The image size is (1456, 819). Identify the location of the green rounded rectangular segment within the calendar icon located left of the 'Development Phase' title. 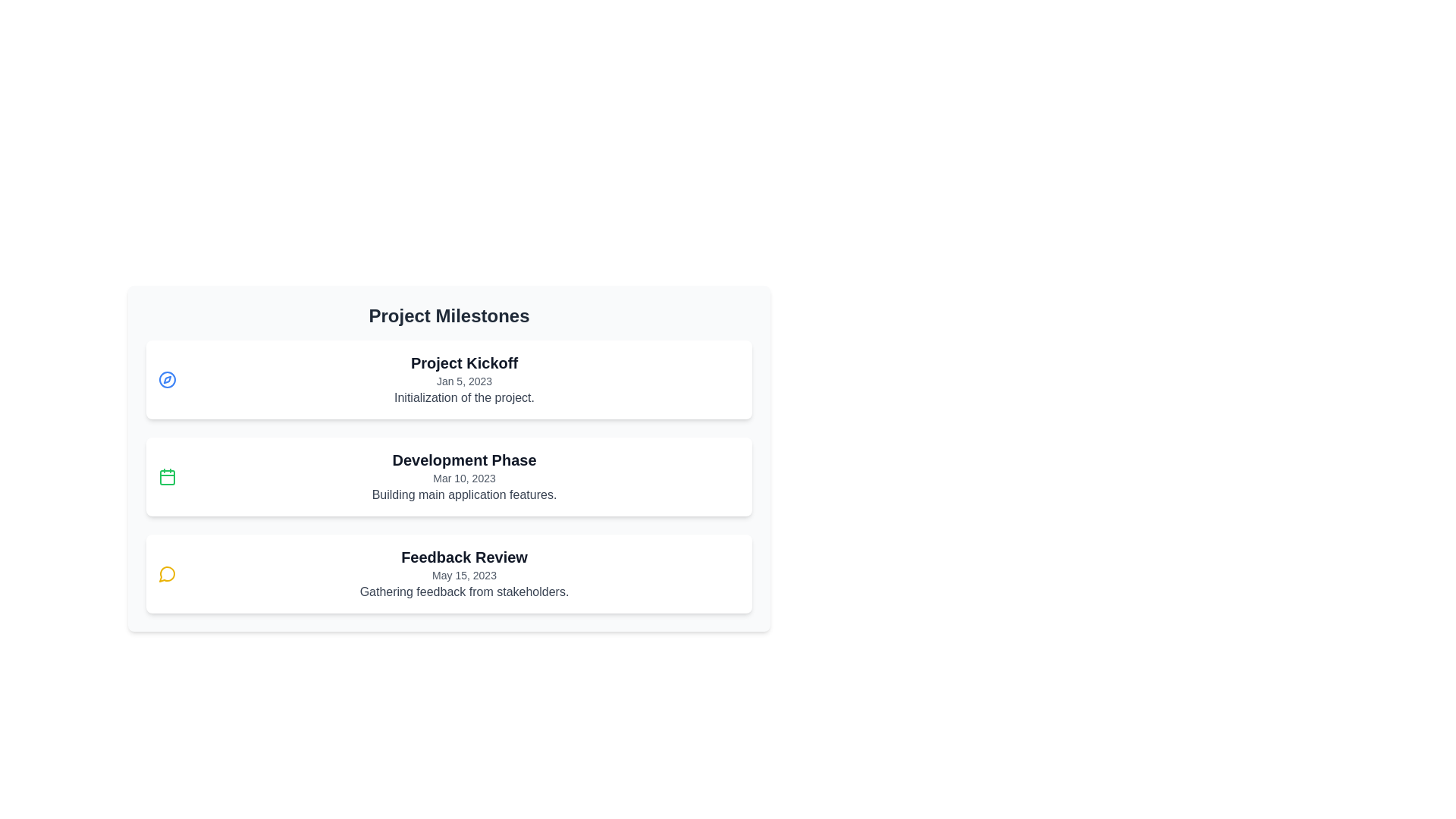
(167, 476).